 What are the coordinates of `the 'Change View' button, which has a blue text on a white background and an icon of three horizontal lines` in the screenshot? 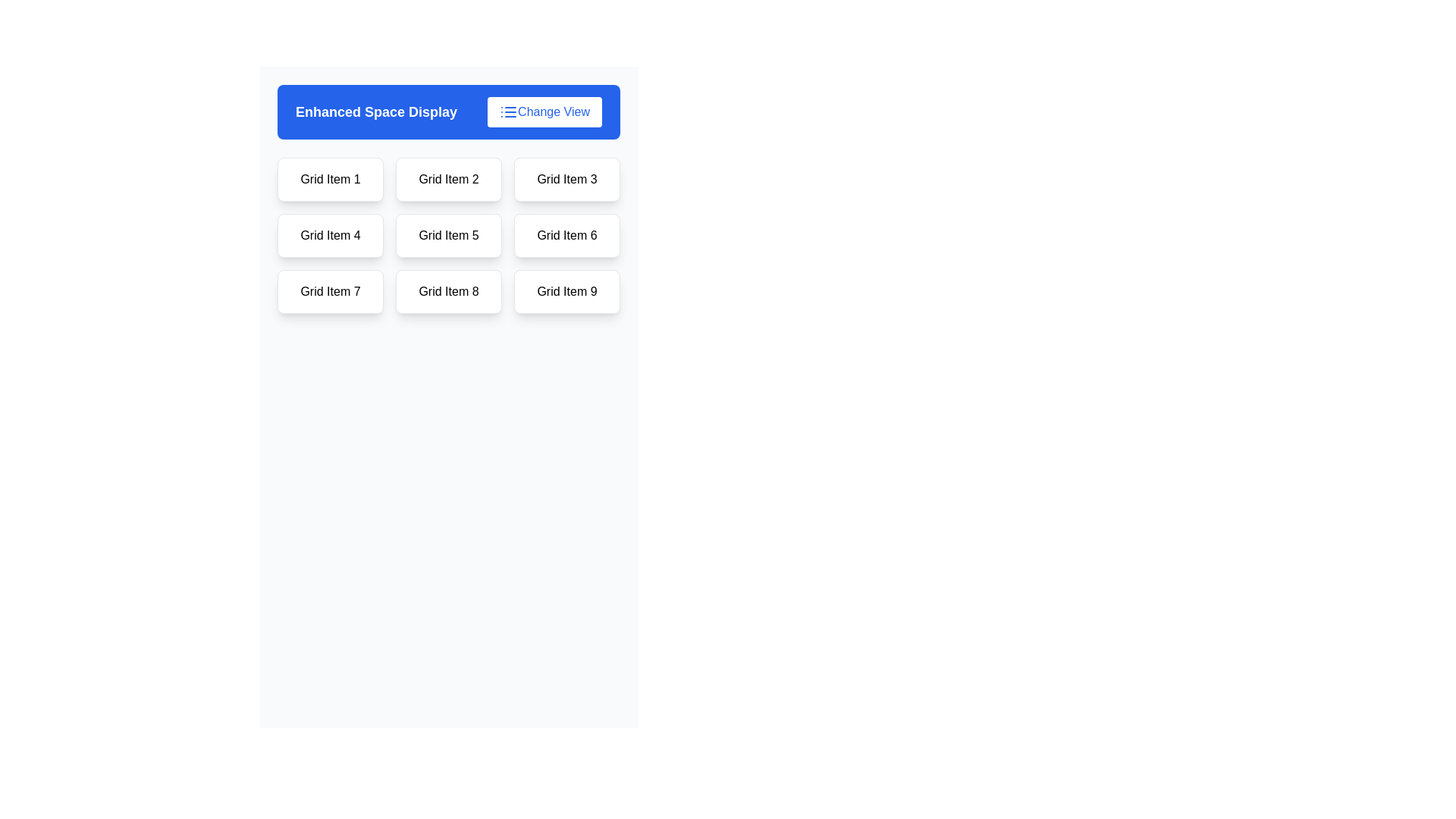 It's located at (544, 111).